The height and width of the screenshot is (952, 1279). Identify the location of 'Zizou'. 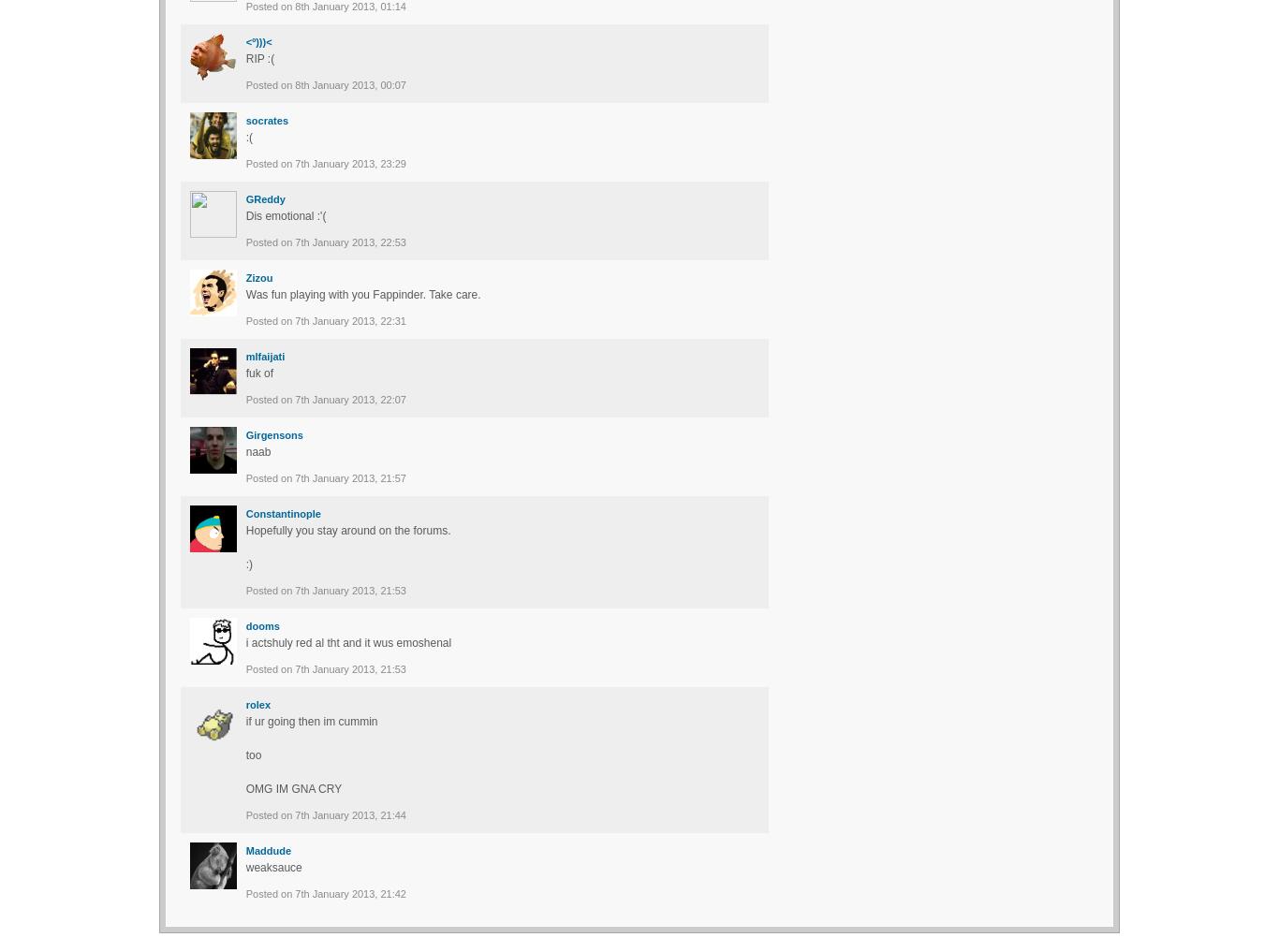
(258, 277).